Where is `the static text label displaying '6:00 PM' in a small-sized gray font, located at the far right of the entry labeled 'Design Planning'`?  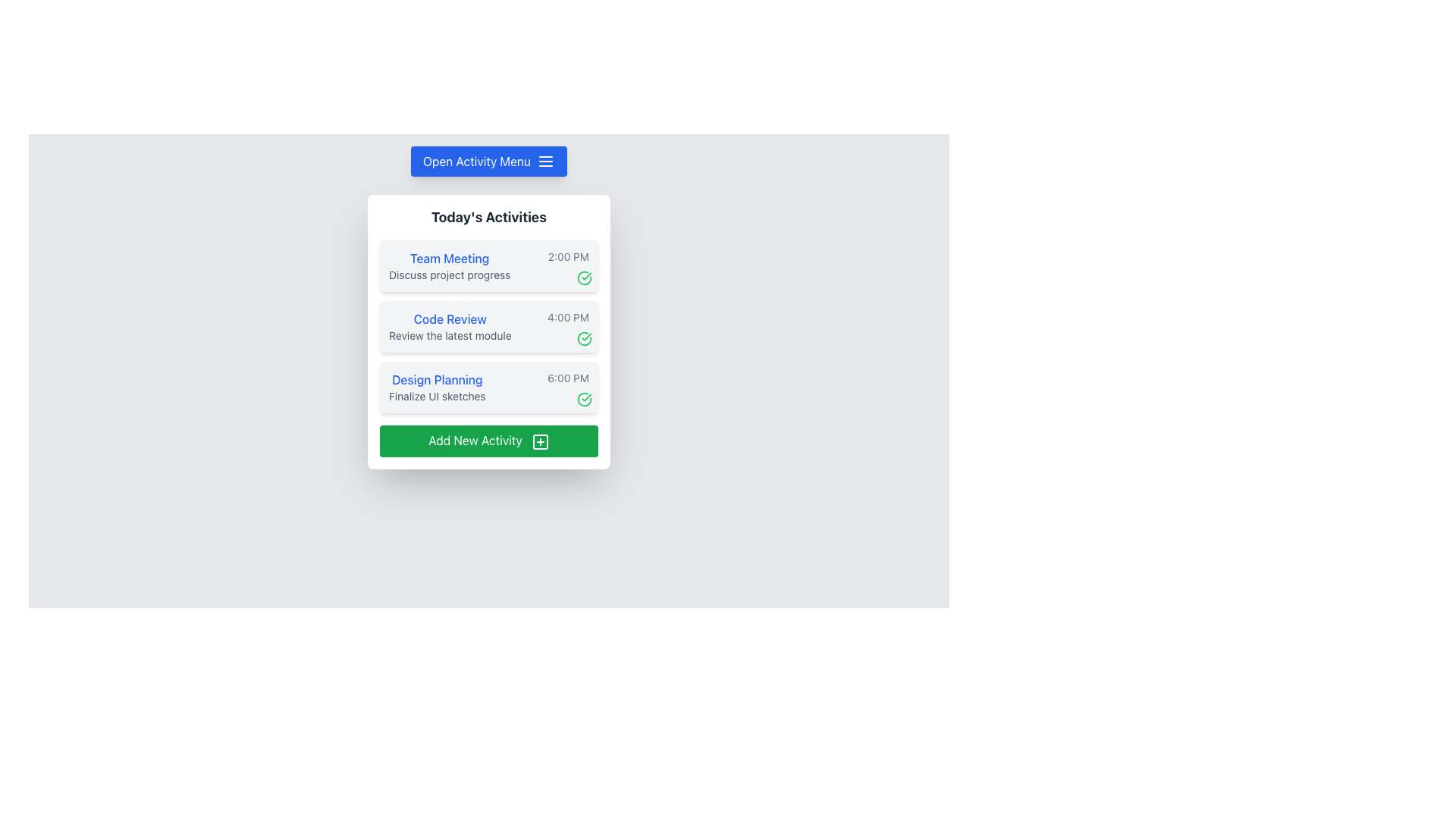 the static text label displaying '6:00 PM' in a small-sized gray font, located at the far right of the entry labeled 'Design Planning' is located at coordinates (567, 377).